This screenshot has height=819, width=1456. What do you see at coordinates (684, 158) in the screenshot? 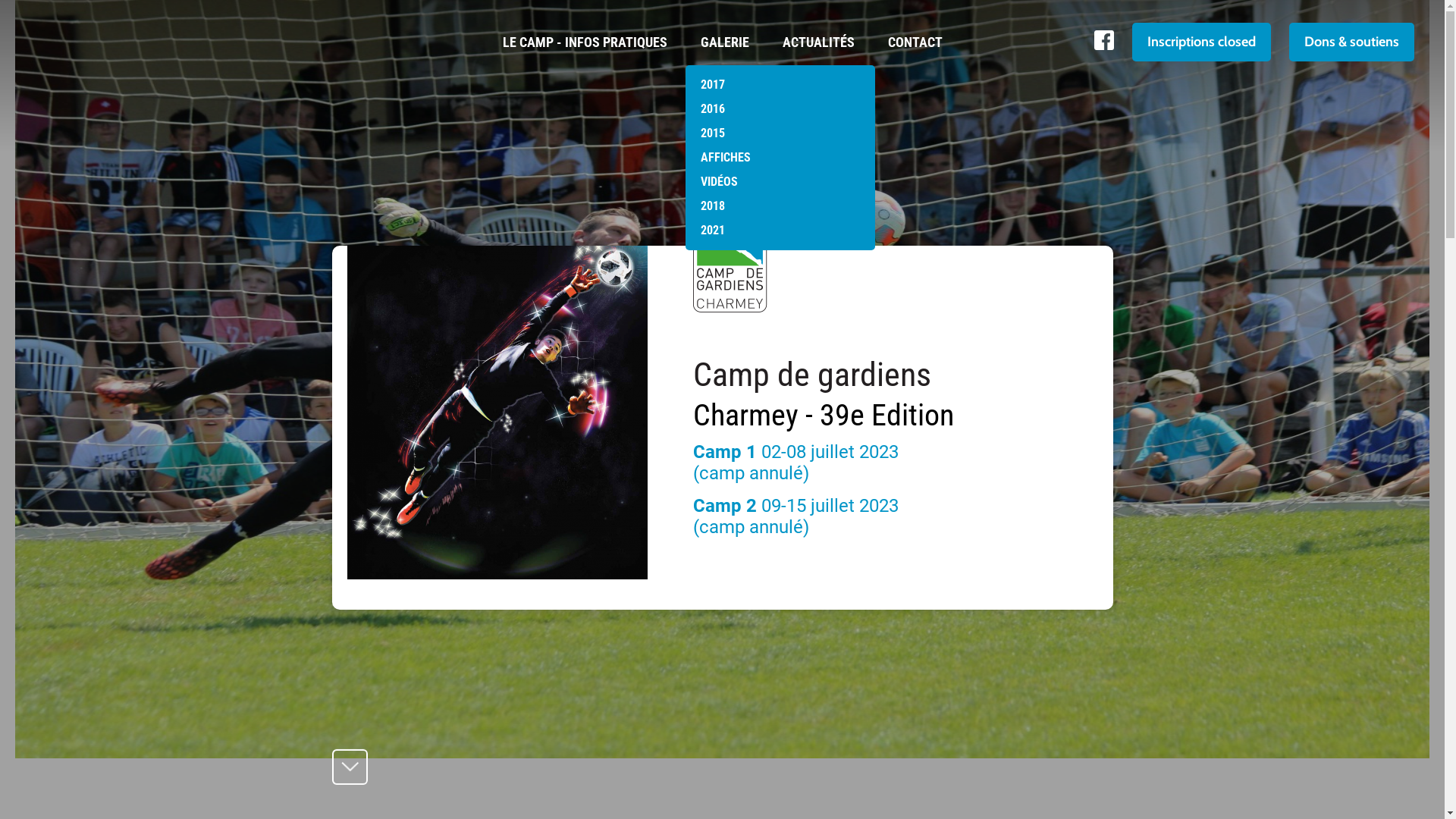
I see `'AFFICHES'` at bounding box center [684, 158].